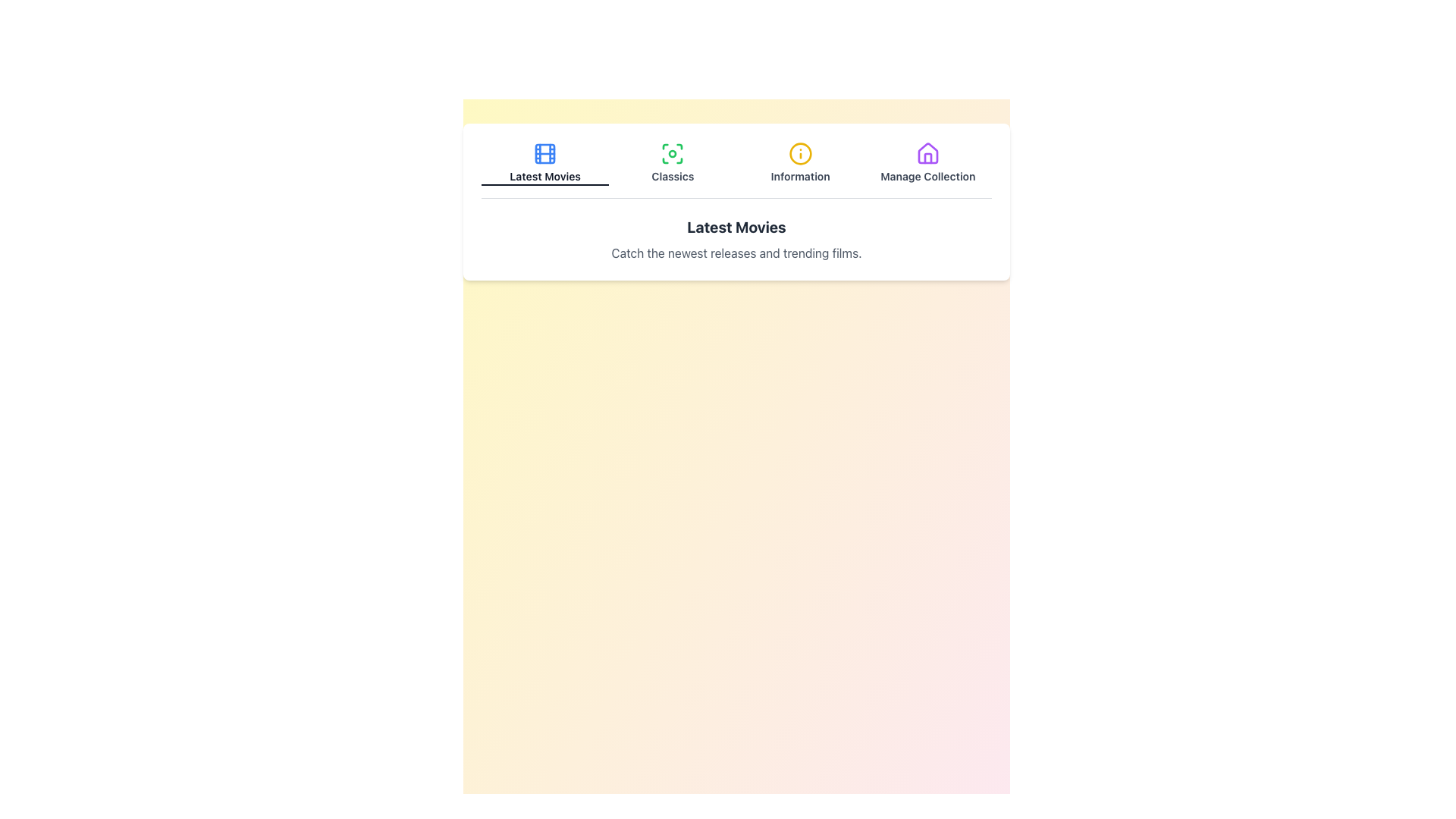  Describe the element at coordinates (799, 154) in the screenshot. I see `the center circle of the 'Information' icon in the navigation bar, which is the third icon from the left, located between the 'Classics' and 'Manage Collection' icons` at that location.